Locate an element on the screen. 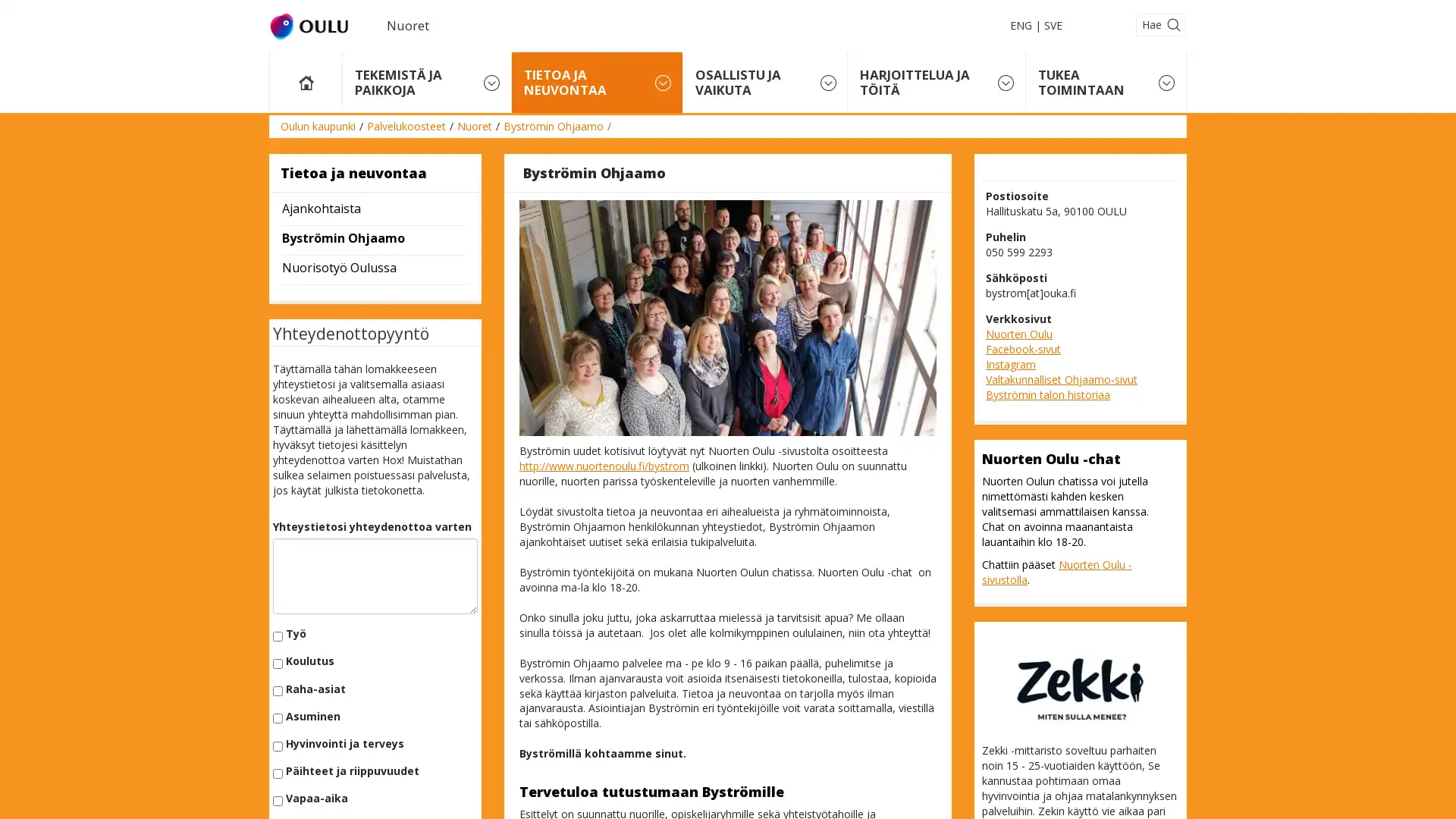 This screenshot has width=1456, height=819. Avaa valikko Harjoittelua ja toita is located at coordinates (1005, 82).